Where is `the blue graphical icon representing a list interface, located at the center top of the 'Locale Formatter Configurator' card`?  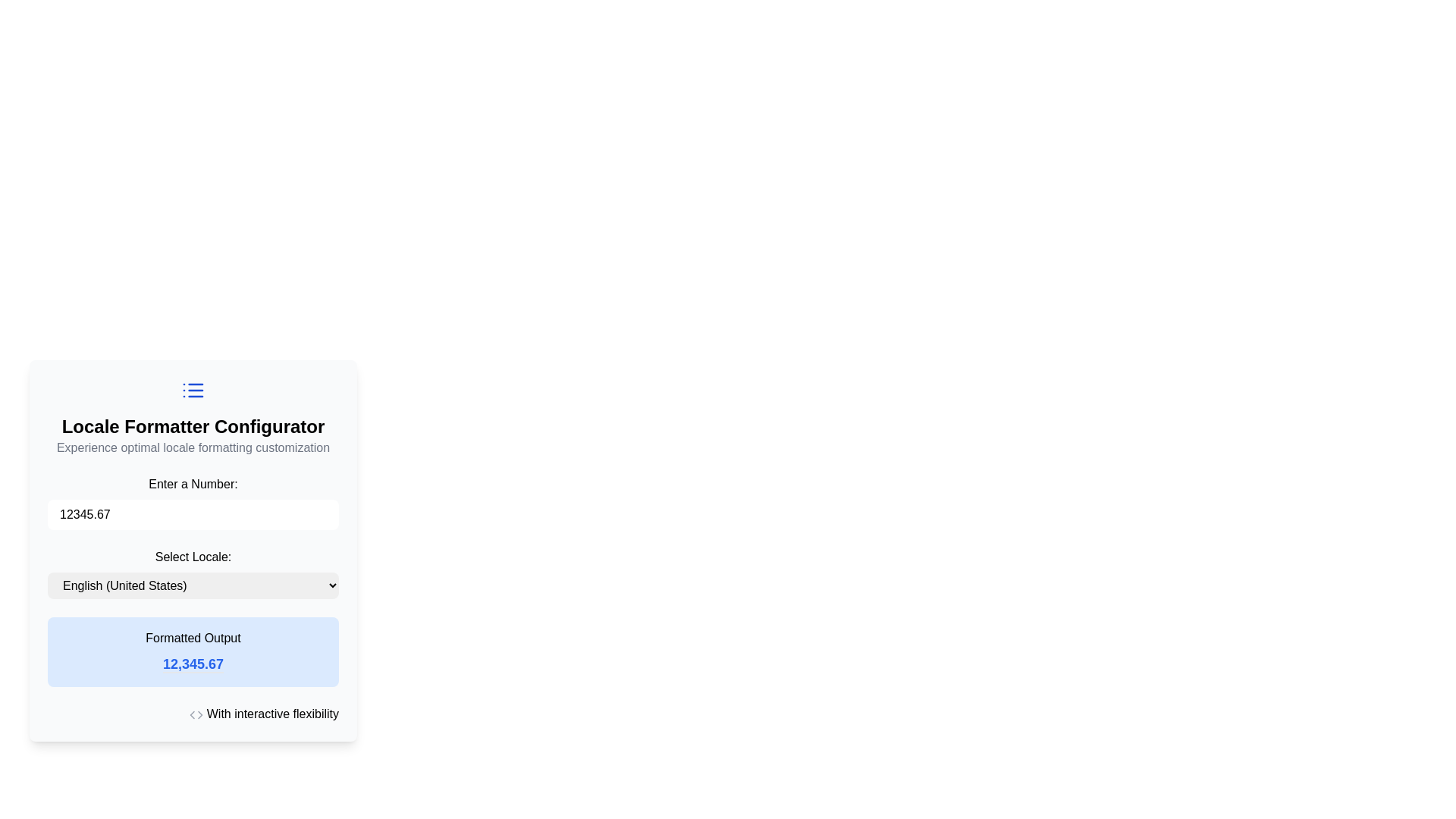 the blue graphical icon representing a list interface, located at the center top of the 'Locale Formatter Configurator' card is located at coordinates (192, 390).